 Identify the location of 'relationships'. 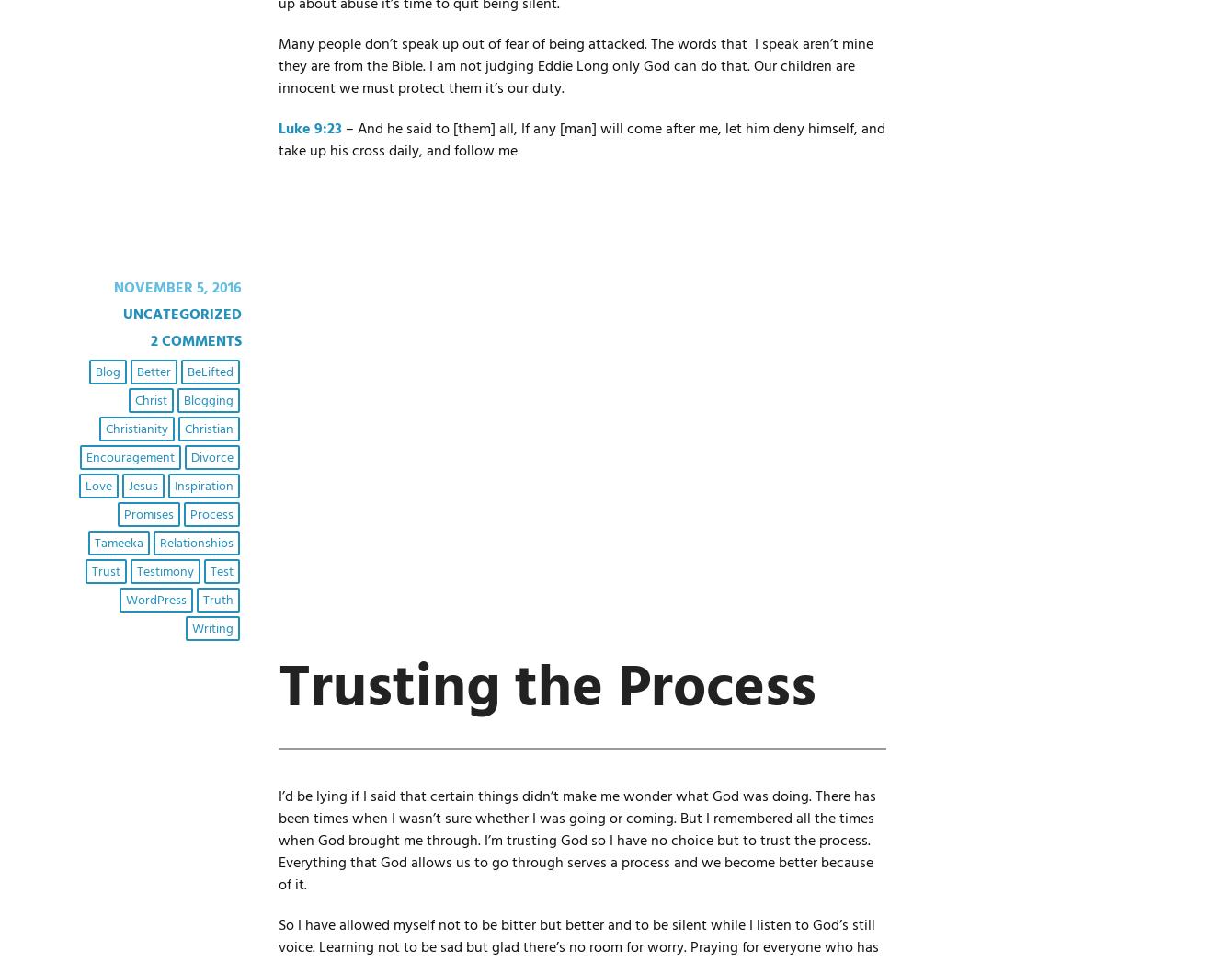
(195, 543).